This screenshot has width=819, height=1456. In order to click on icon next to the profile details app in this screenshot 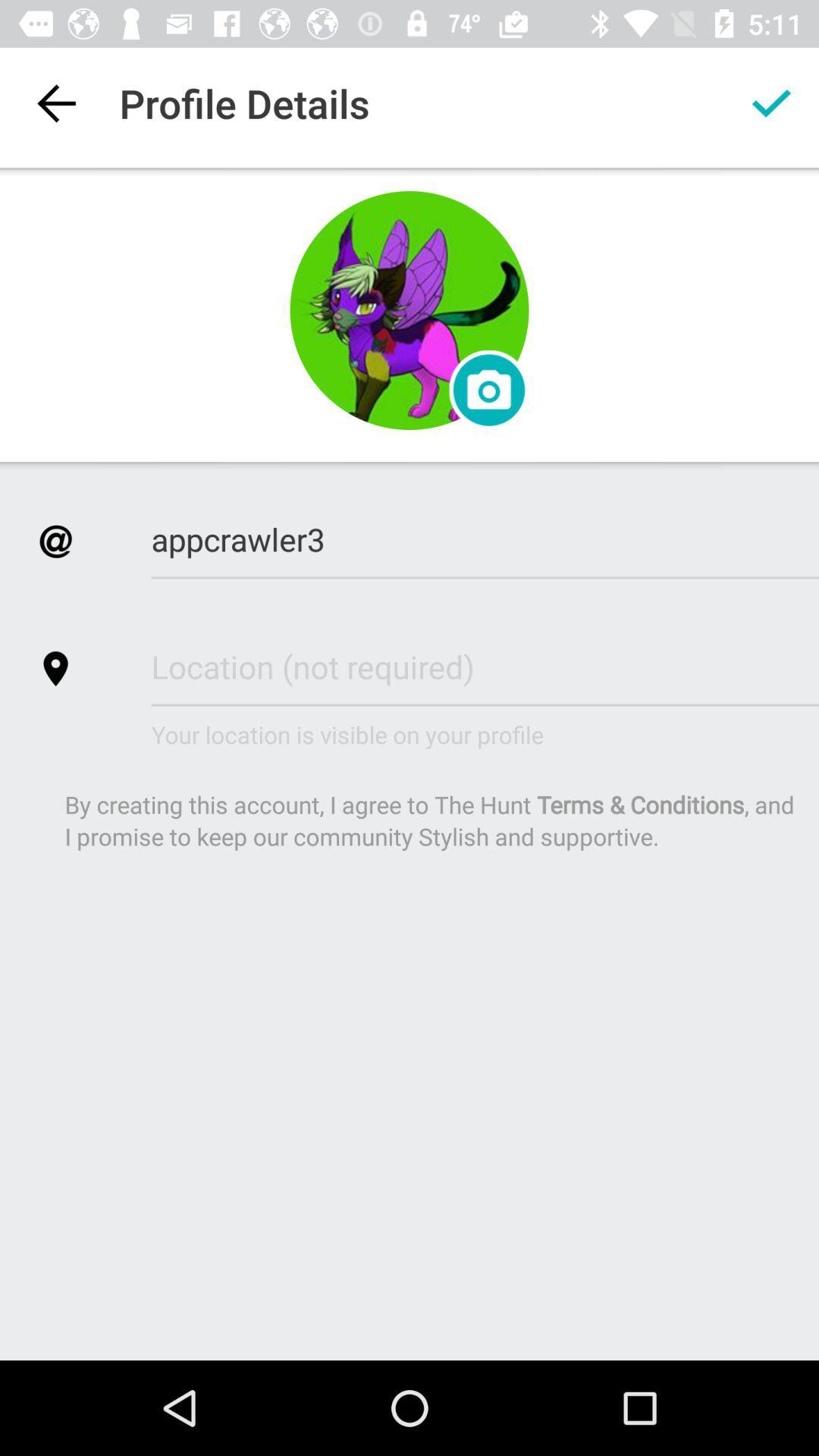, I will do `click(55, 102)`.